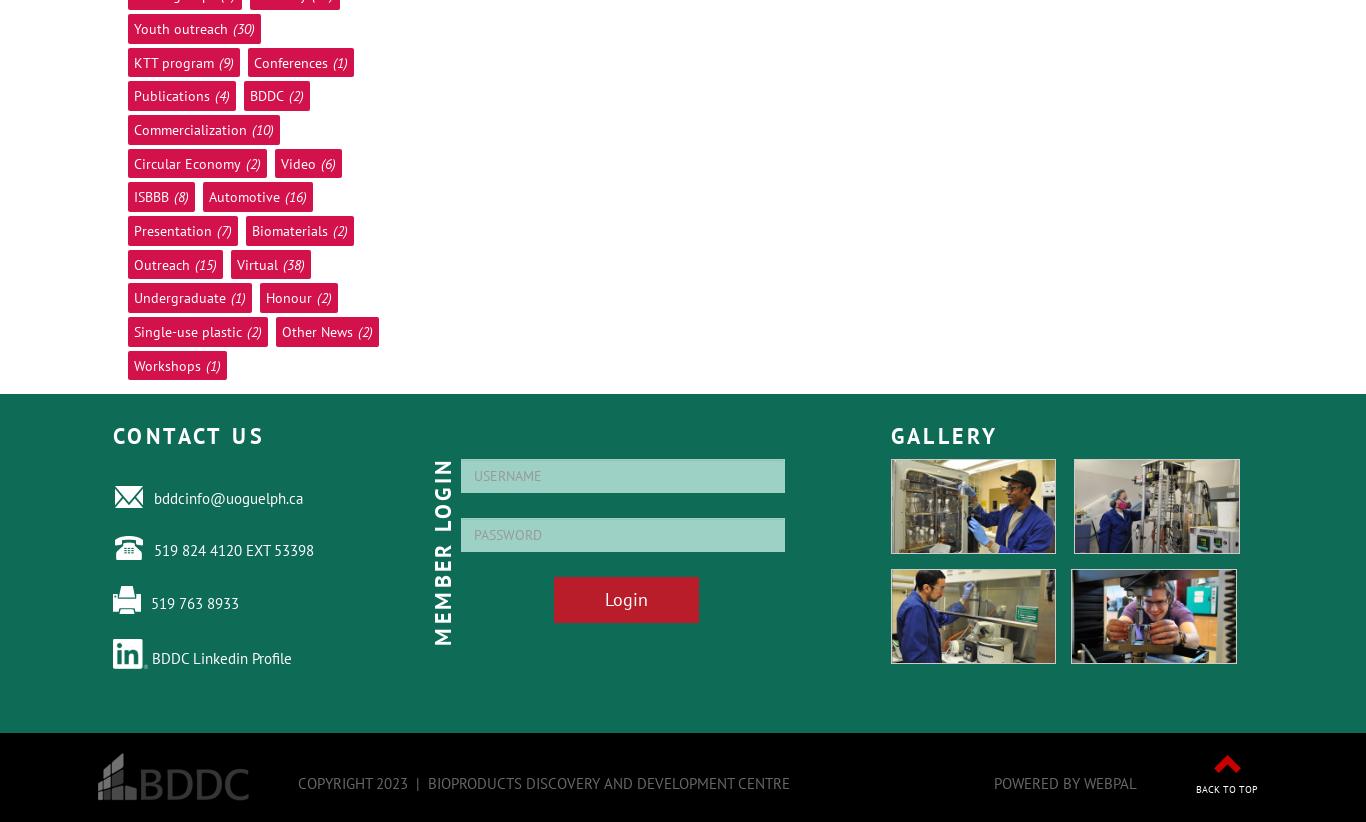 This screenshot has width=1366, height=822. What do you see at coordinates (217, 61) in the screenshot?
I see `'(9)'` at bounding box center [217, 61].